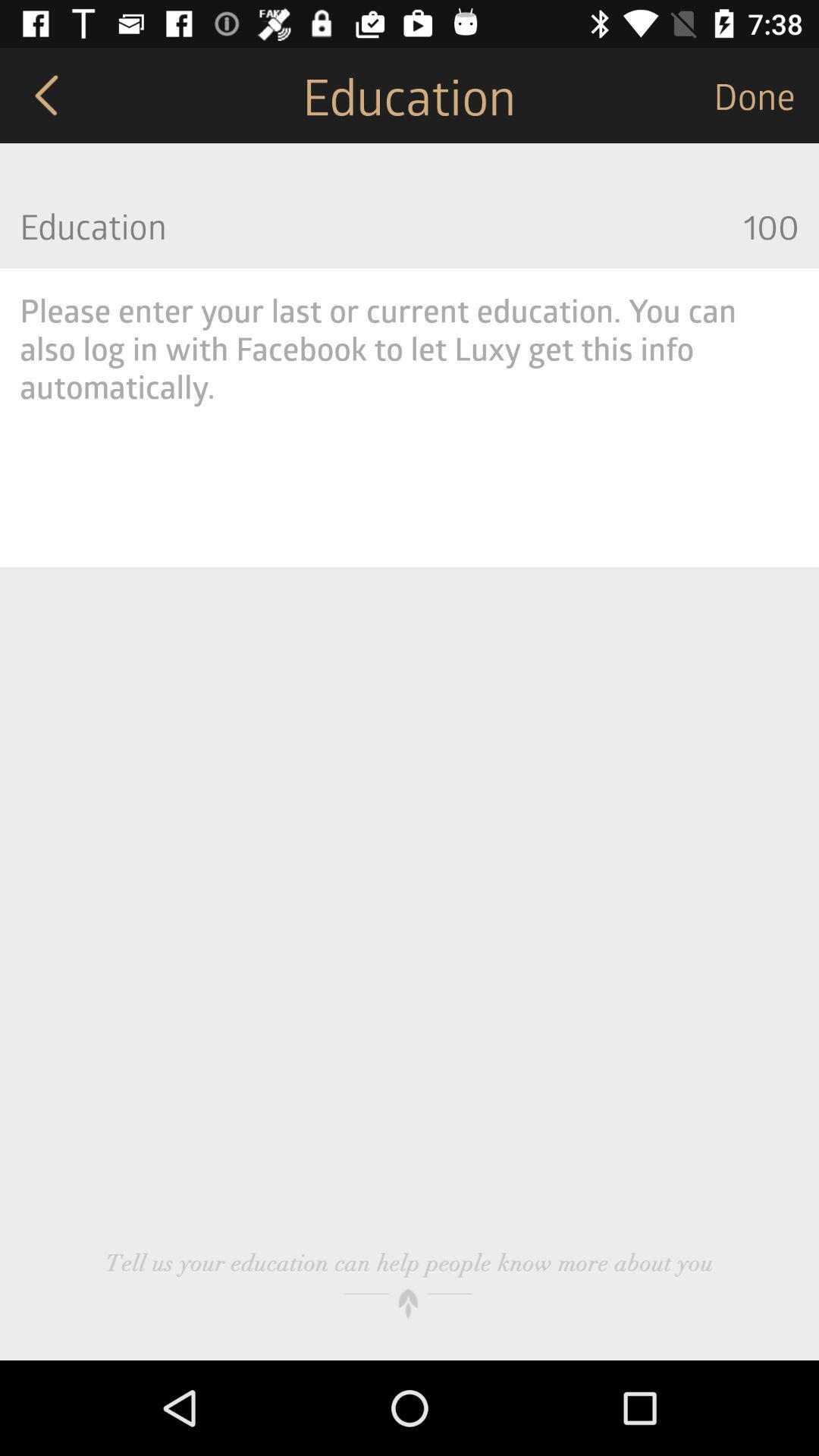  What do you see at coordinates (766, 94) in the screenshot?
I see `the done item` at bounding box center [766, 94].